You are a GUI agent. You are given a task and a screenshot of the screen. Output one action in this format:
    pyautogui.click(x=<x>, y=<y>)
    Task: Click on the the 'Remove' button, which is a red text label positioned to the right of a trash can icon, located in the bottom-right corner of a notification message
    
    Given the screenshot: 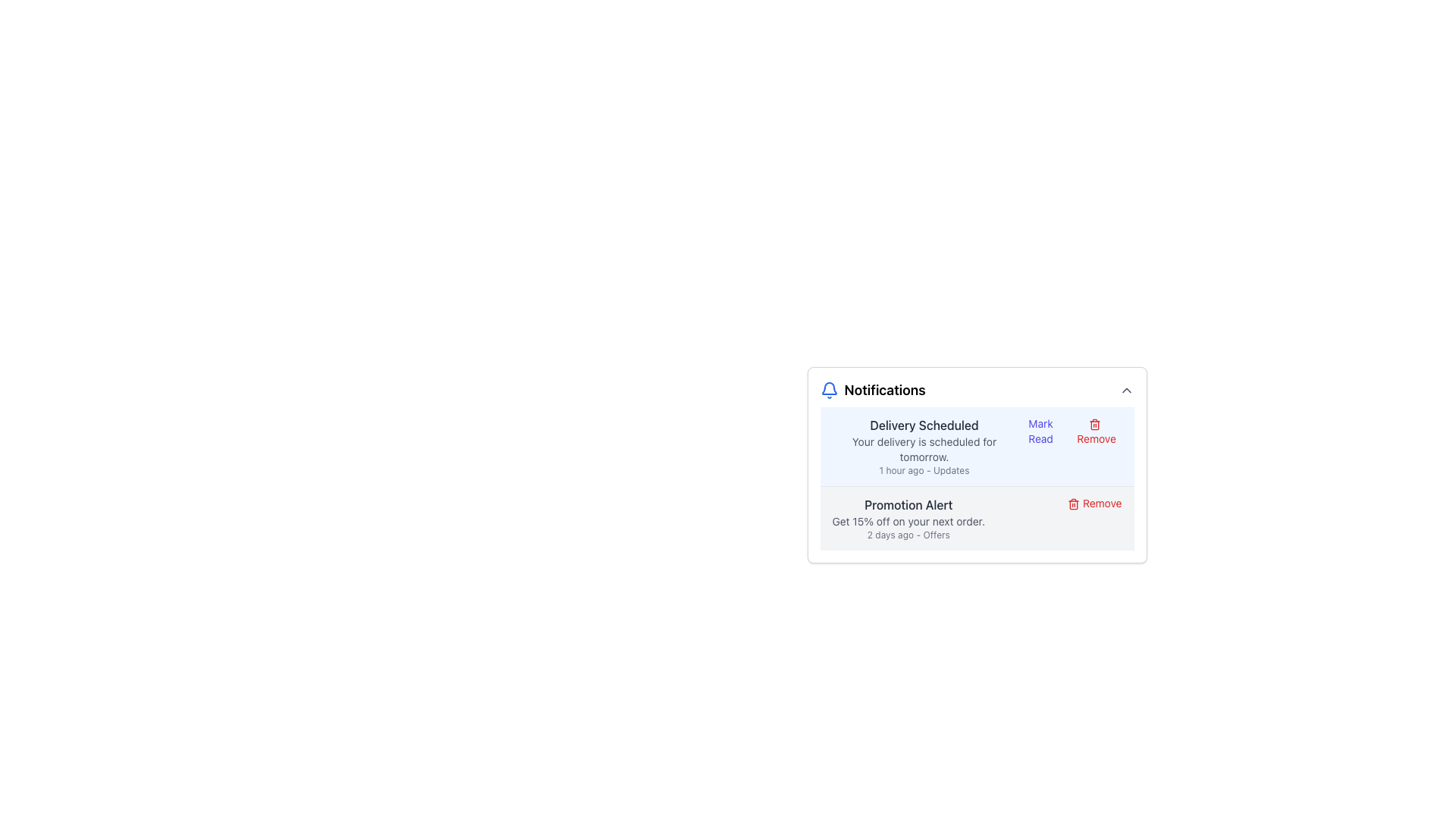 What is the action you would take?
    pyautogui.click(x=1097, y=431)
    